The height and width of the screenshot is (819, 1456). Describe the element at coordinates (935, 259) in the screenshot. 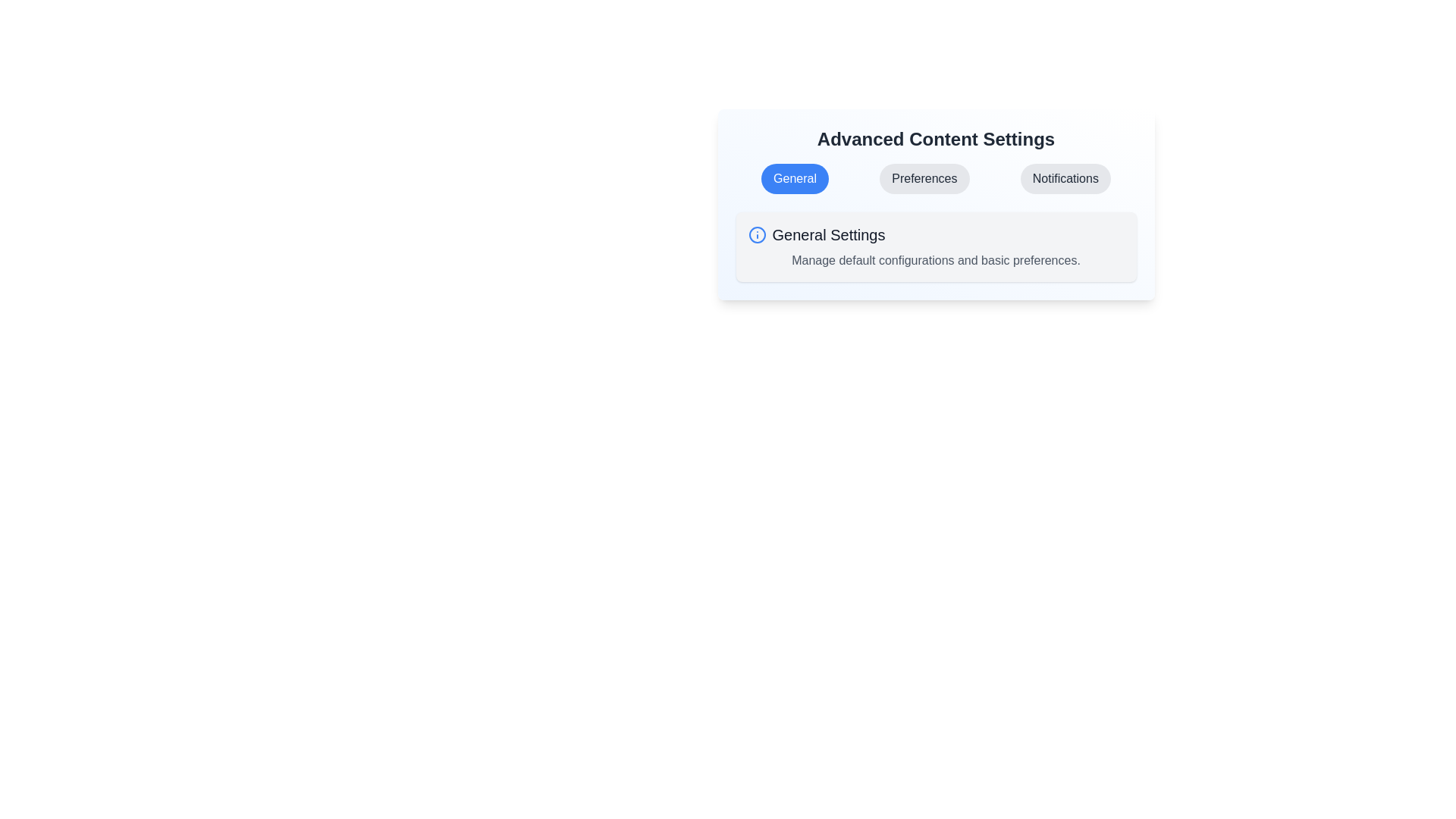

I see `descriptive text element that provides additional information about the 'General Settings' section, located beneath the section's title and icon` at that location.